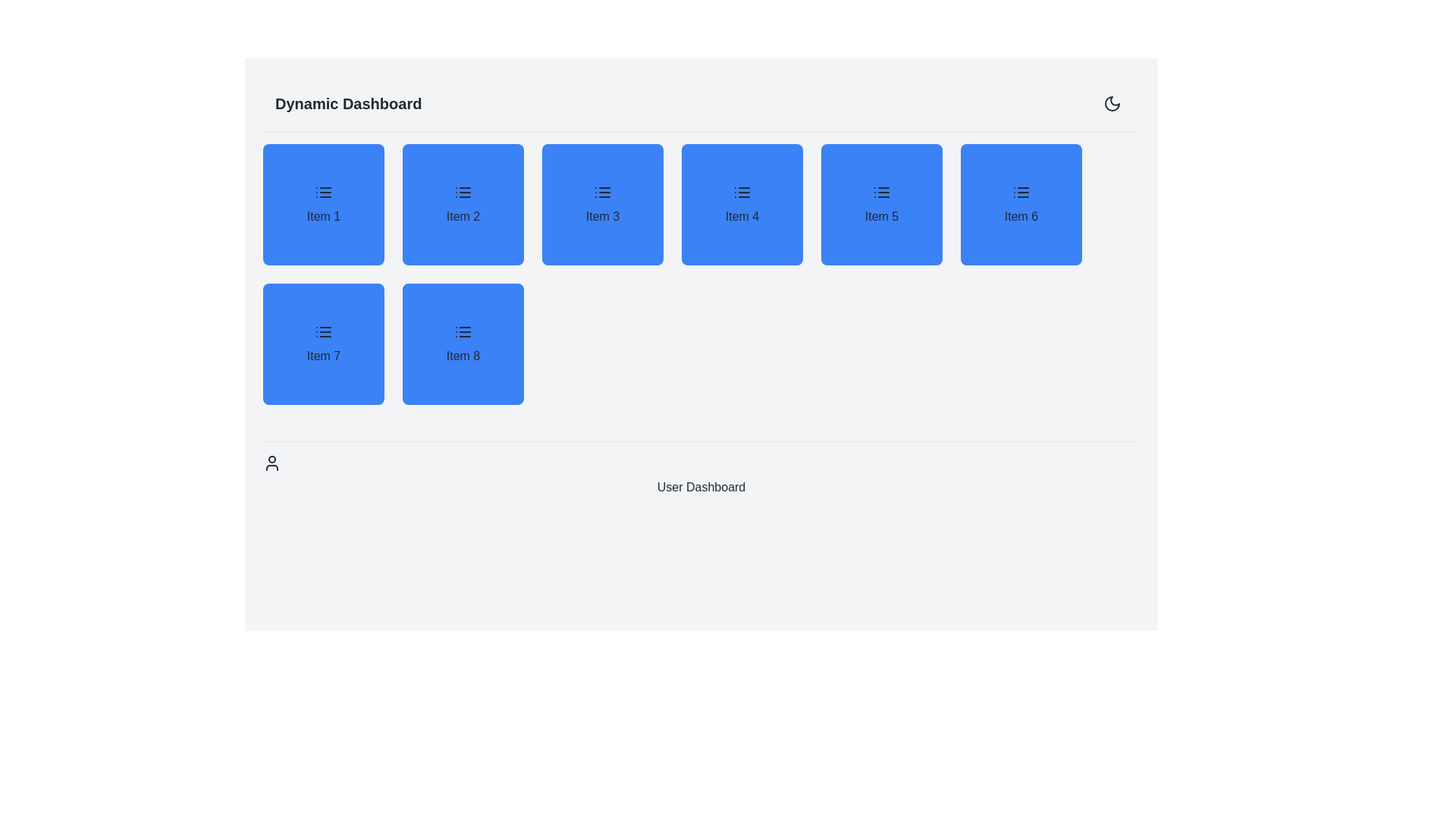  I want to click on the SVG Icon resembling three horizontal lines, styled in a minimalist design, which is located within the blue rectangular card labeled 'Item 8' in the second row and second column of the grid layout, so click(462, 331).